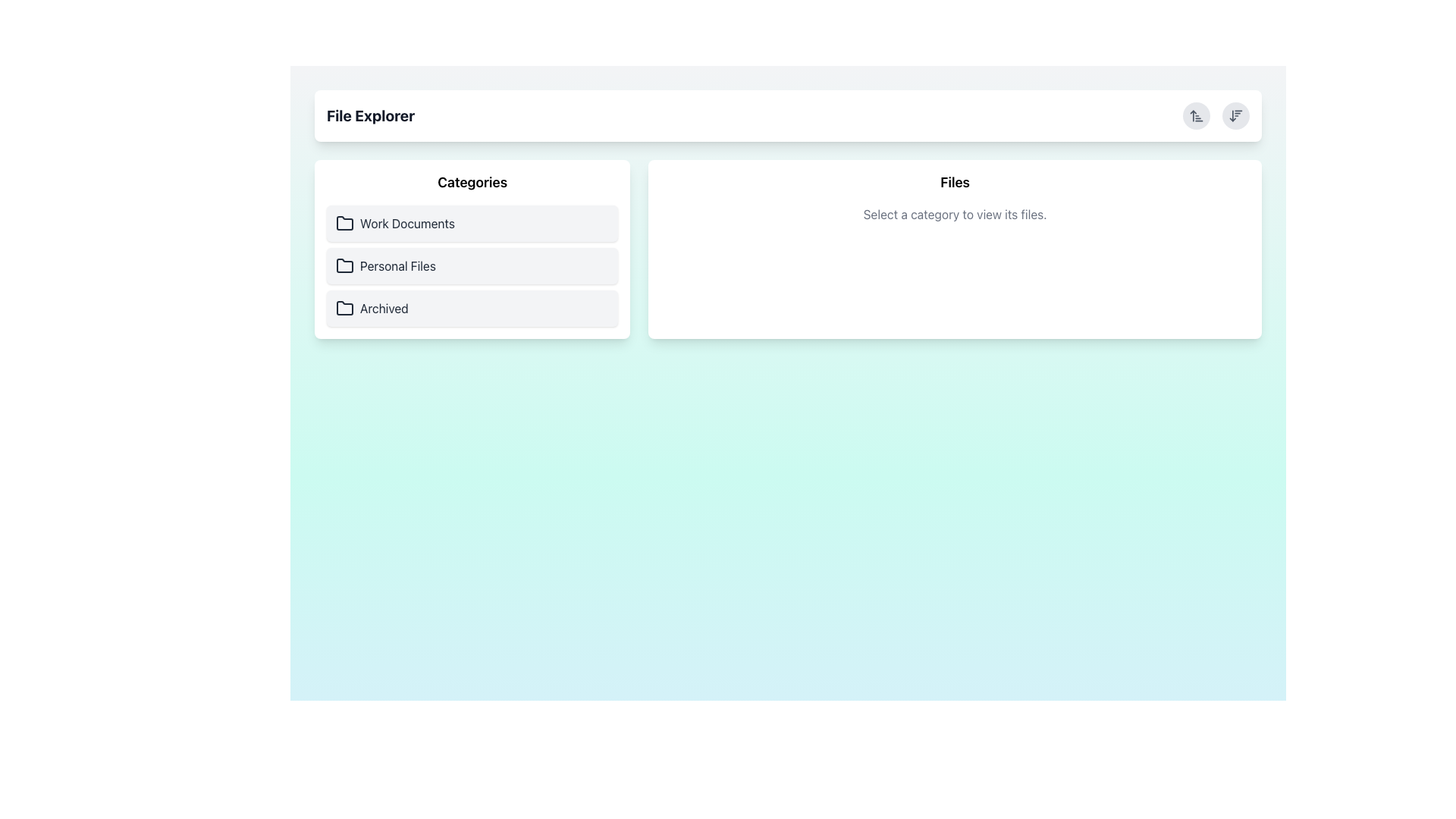  I want to click on the Sort button located in the top right corner of the navigation bar, so click(1236, 115).